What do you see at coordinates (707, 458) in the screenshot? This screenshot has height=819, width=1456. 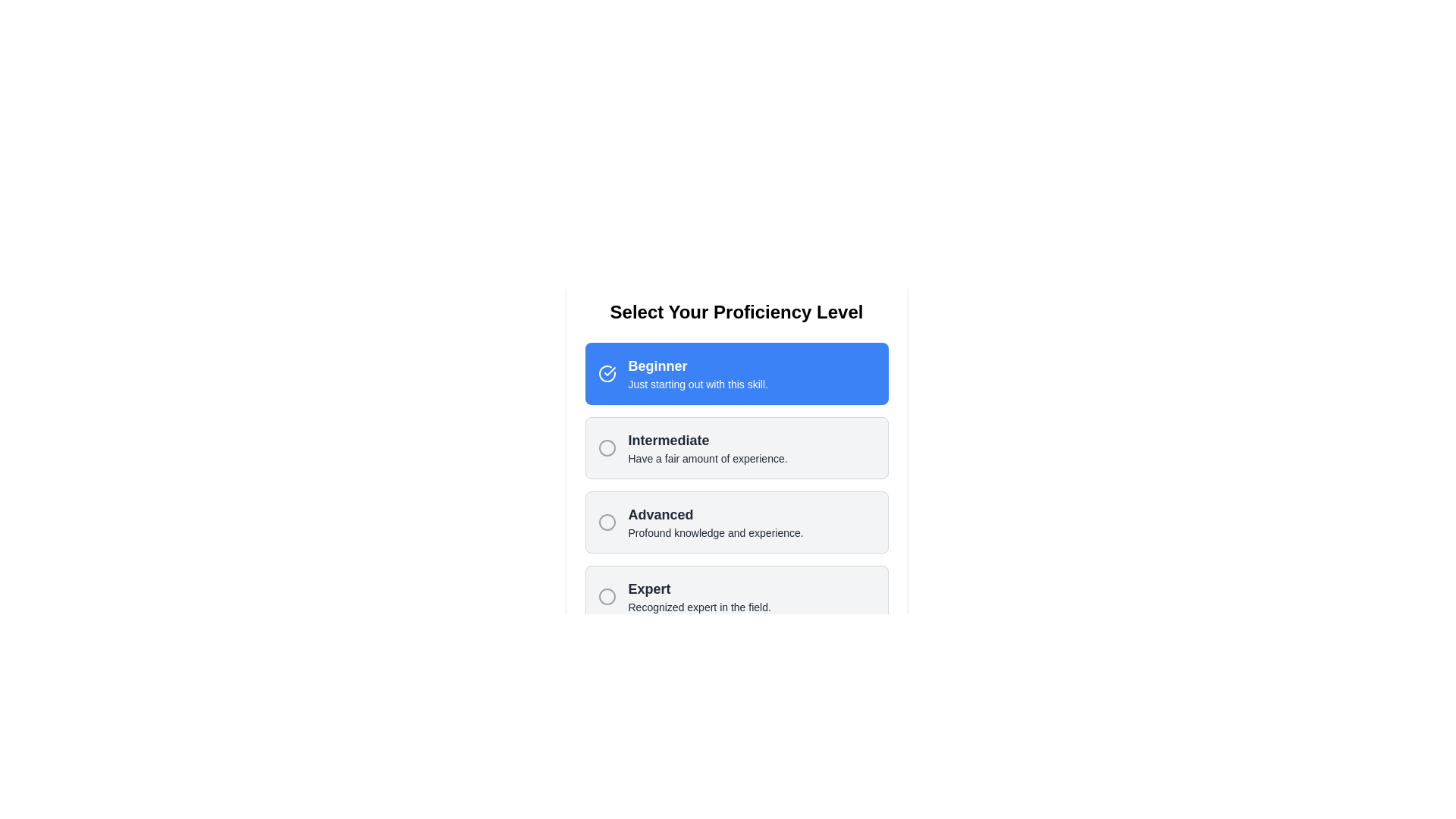 I see `the text label providing a brief description of the proficiency level labeled as 'Intermediate', located below the 'Intermediate' text in the proficiency selection interface` at bounding box center [707, 458].